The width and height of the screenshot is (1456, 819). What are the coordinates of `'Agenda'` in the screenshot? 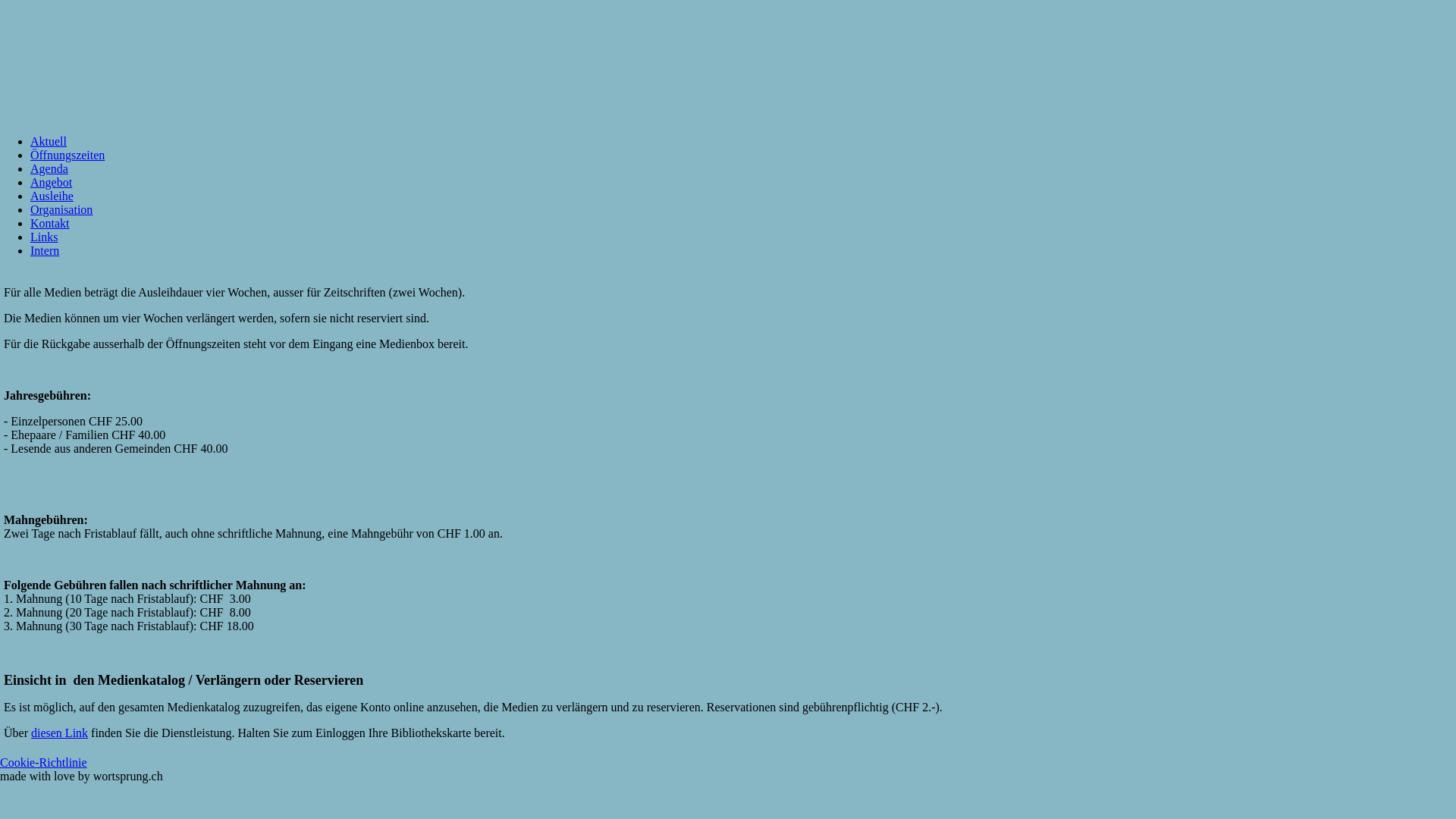 It's located at (30, 168).